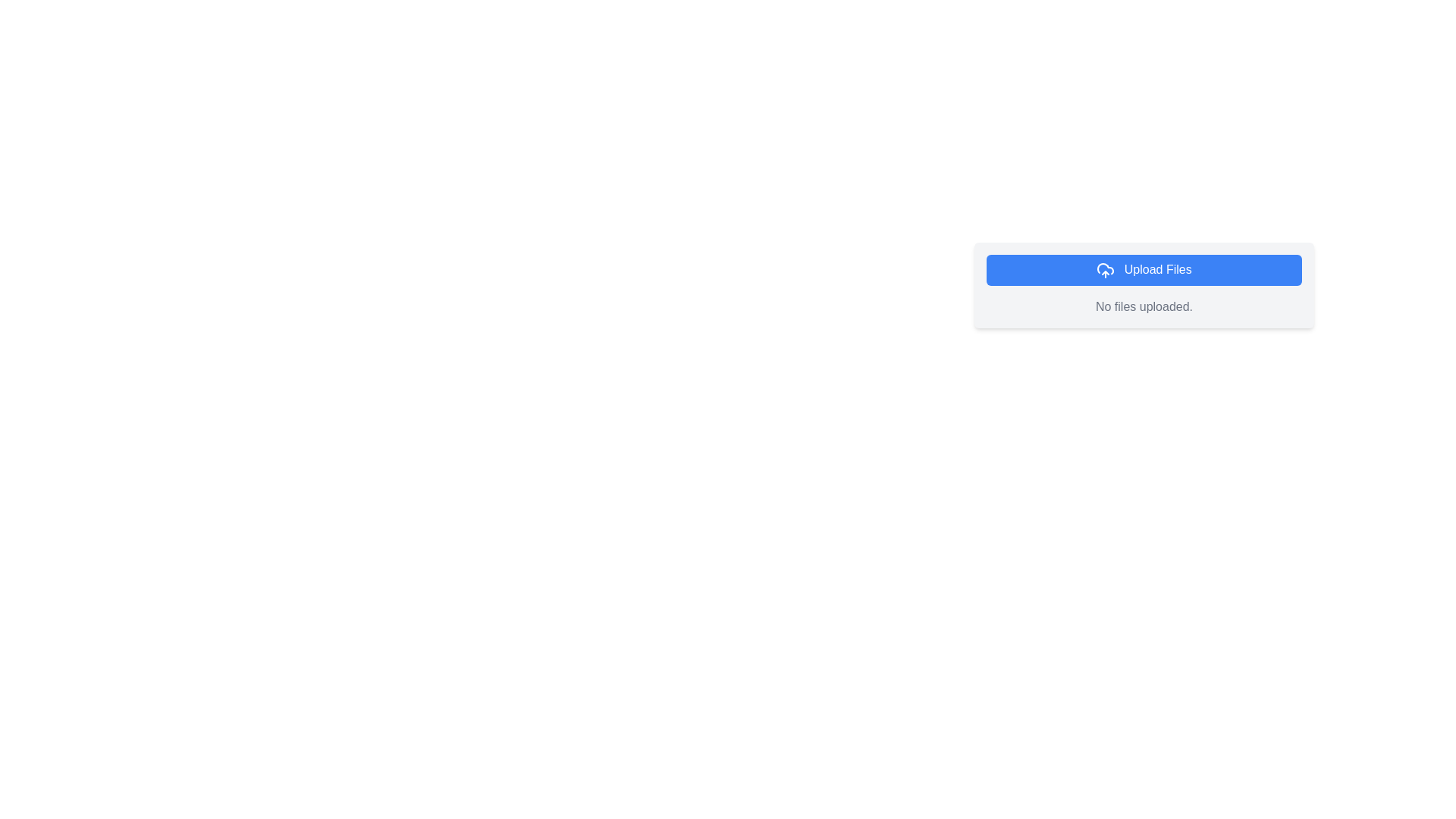 This screenshot has height=819, width=1456. I want to click on the curved outline of the cloud in the 'Upload Files' icon located within the blue button, so click(1106, 268).